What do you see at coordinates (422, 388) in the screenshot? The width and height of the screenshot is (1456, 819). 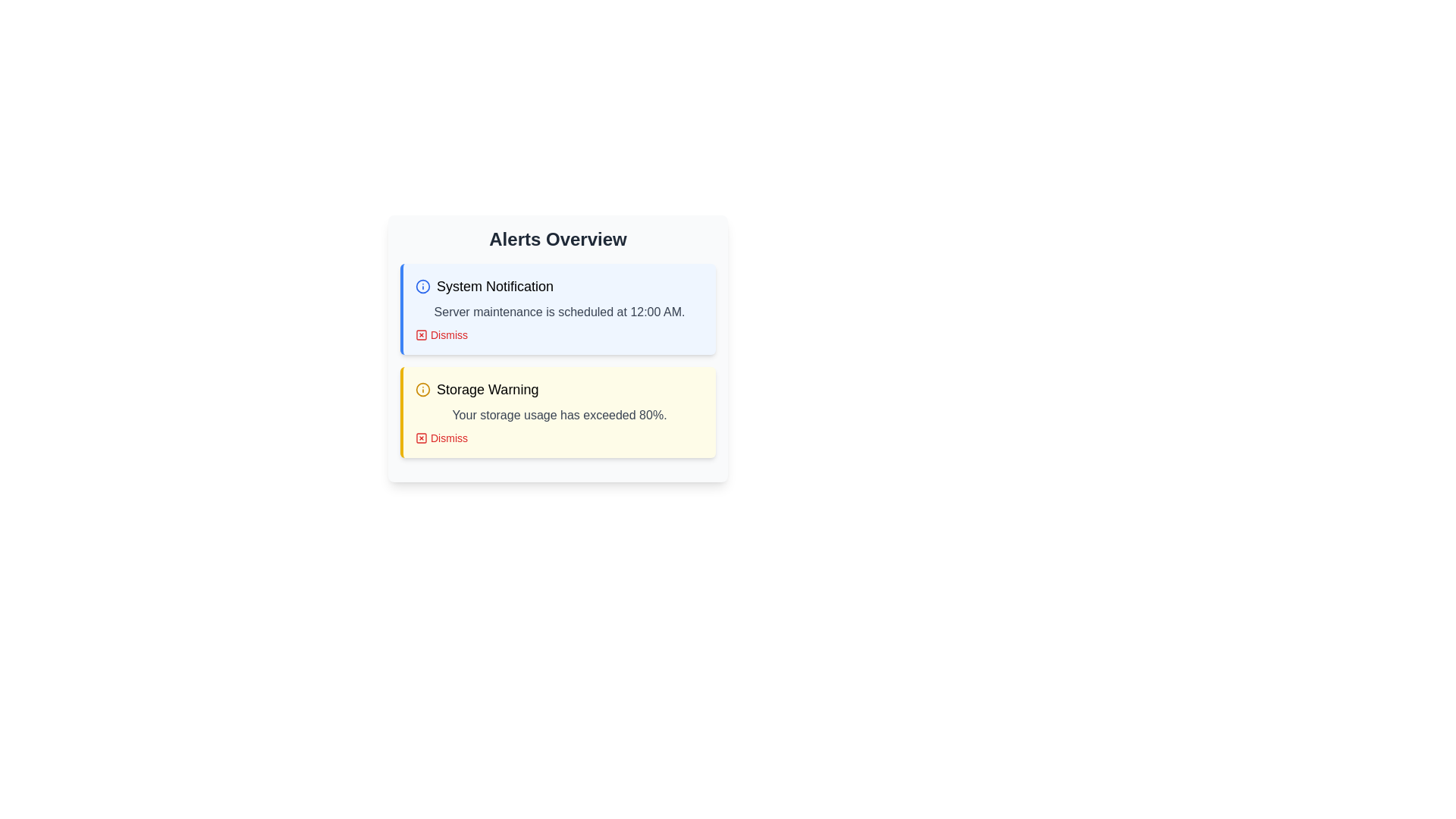 I see `the yellow circular outline warning icon located to the left of the storage usage notification text in the alert card` at bounding box center [422, 388].